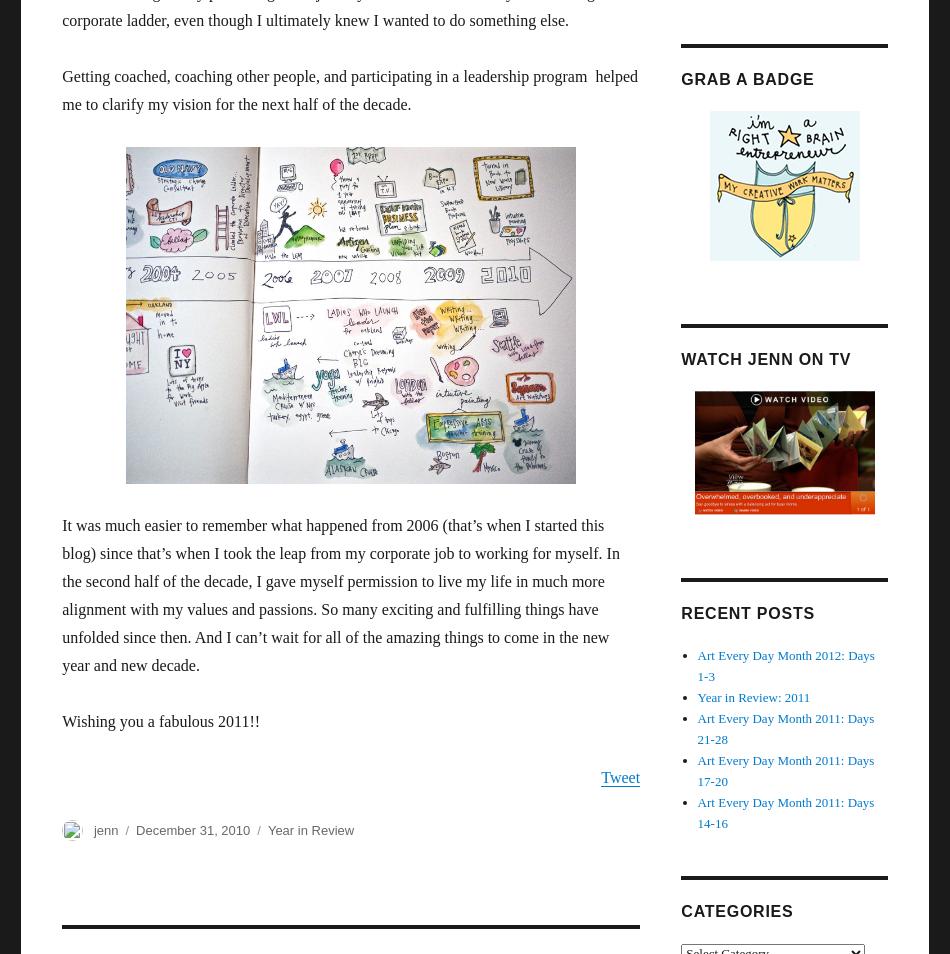  I want to click on 'Grab a Badge', so click(746, 77).